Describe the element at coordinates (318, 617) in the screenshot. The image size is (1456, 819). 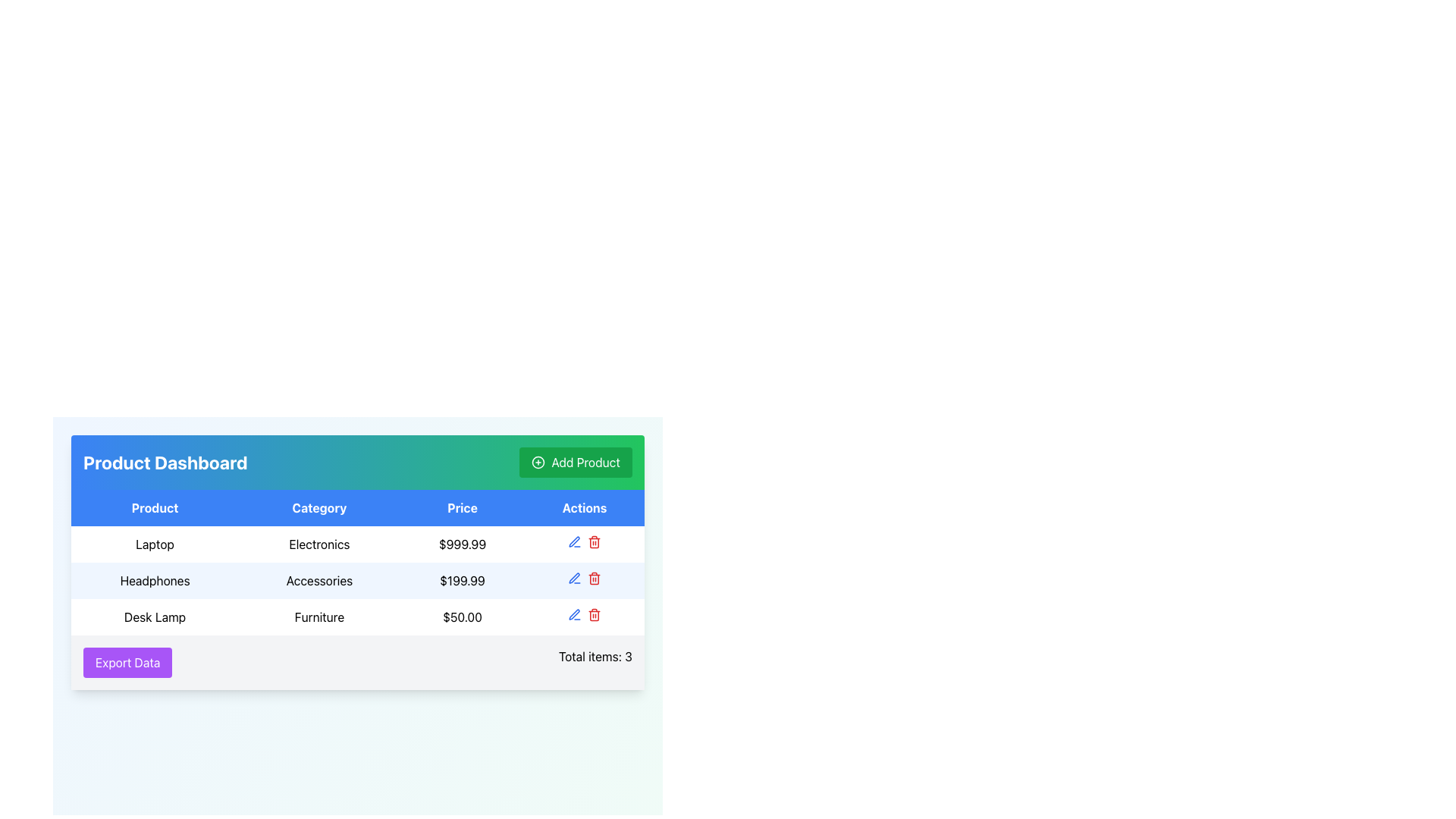
I see `the text label indicating the category of the product 'Desk Lamp' located in the third row under the 'Category' column in the table` at that location.